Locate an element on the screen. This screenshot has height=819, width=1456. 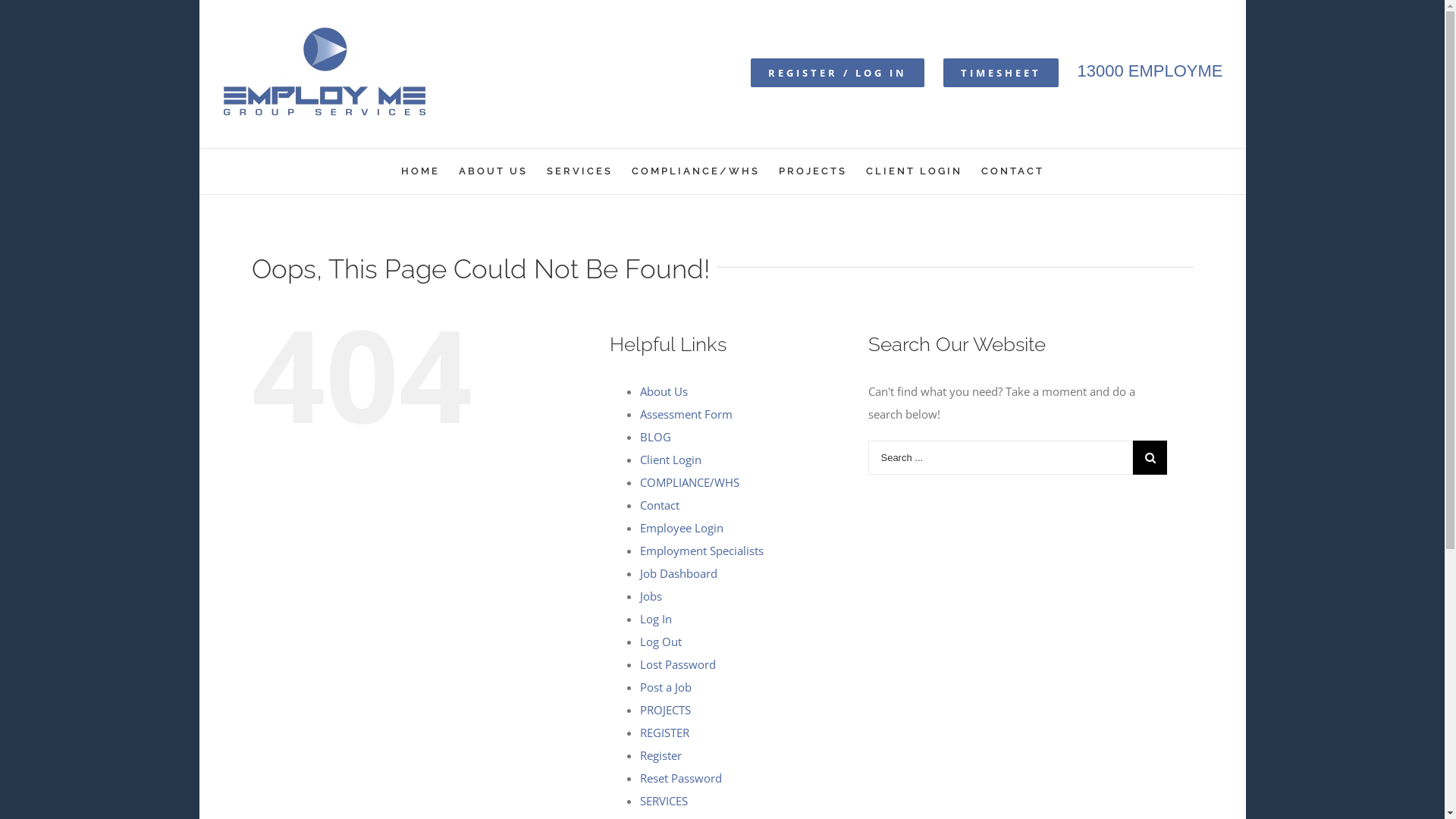
'Post a Job' is located at coordinates (666, 687).